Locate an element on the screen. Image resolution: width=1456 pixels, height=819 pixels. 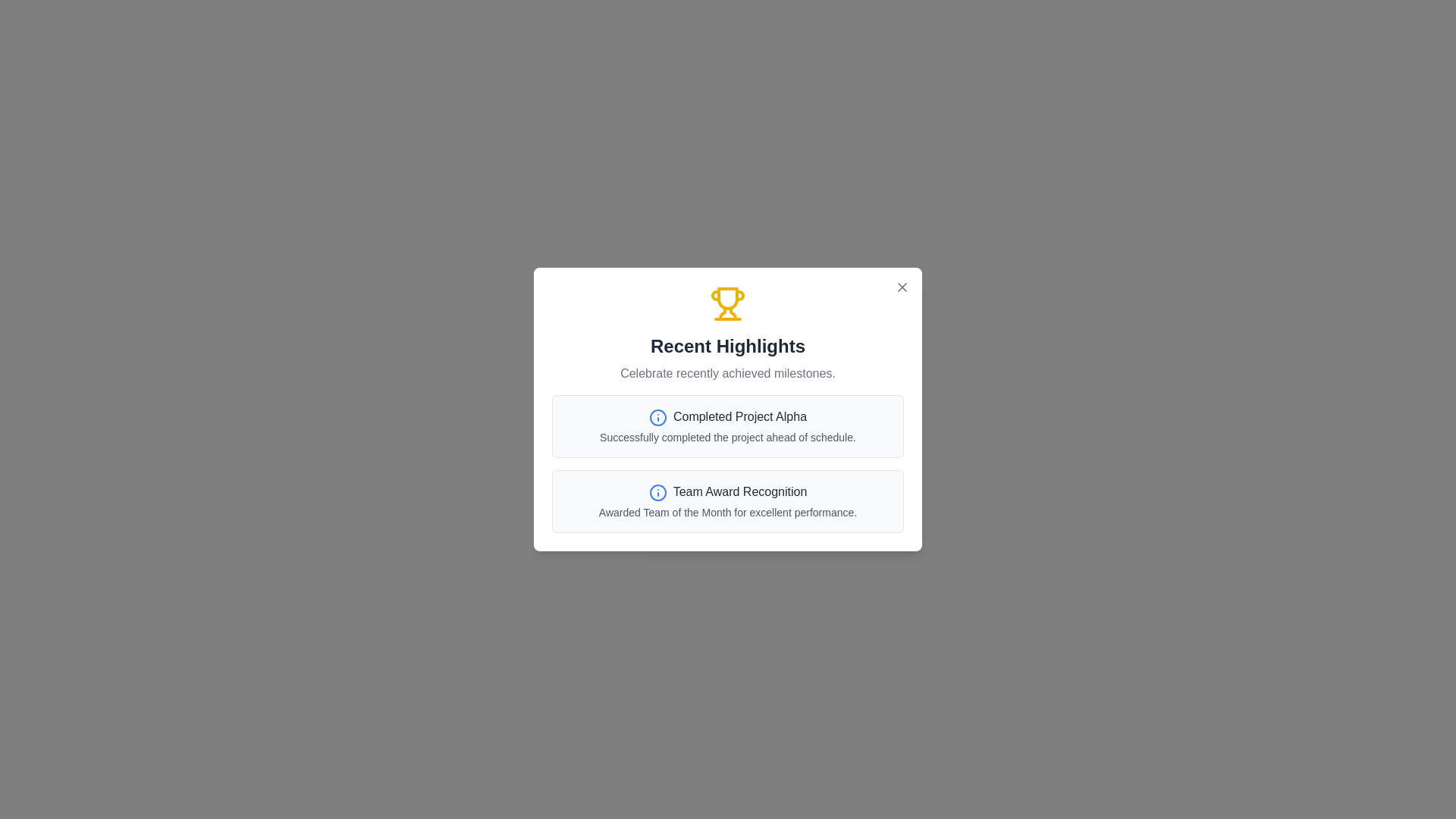
the close button located at the top-right corner of the modal is located at coordinates (902, 287).